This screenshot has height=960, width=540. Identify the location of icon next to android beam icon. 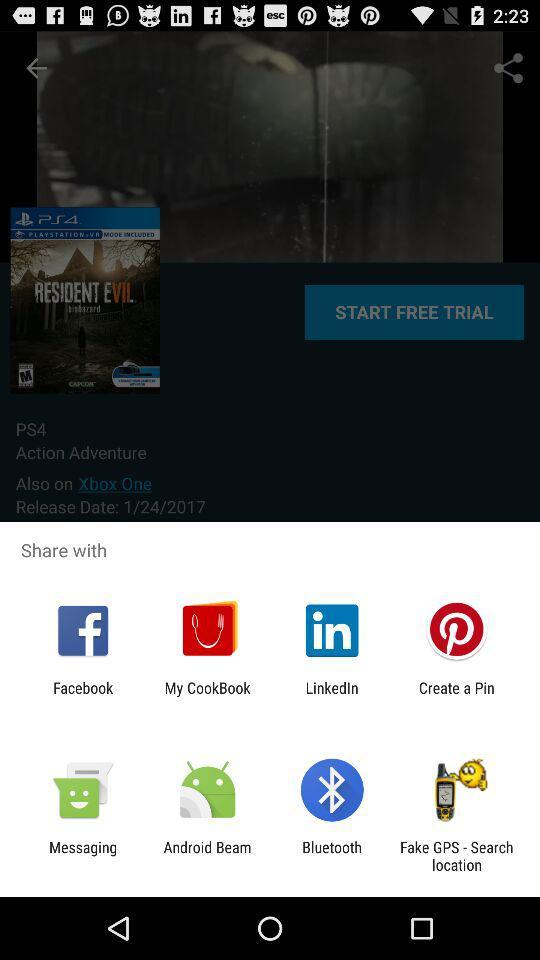
(332, 855).